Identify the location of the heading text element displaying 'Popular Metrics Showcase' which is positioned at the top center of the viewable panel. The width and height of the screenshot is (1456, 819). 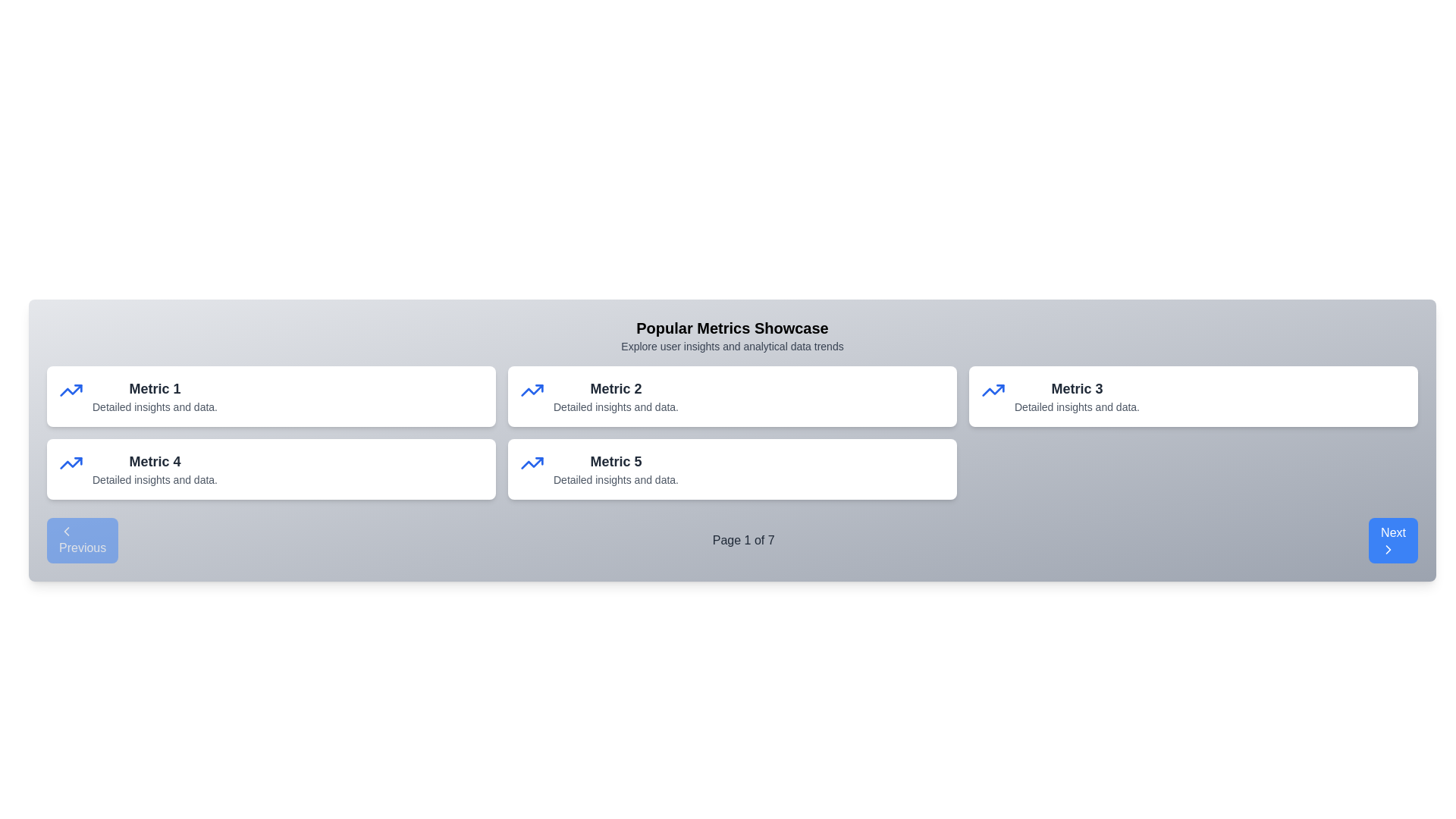
(732, 327).